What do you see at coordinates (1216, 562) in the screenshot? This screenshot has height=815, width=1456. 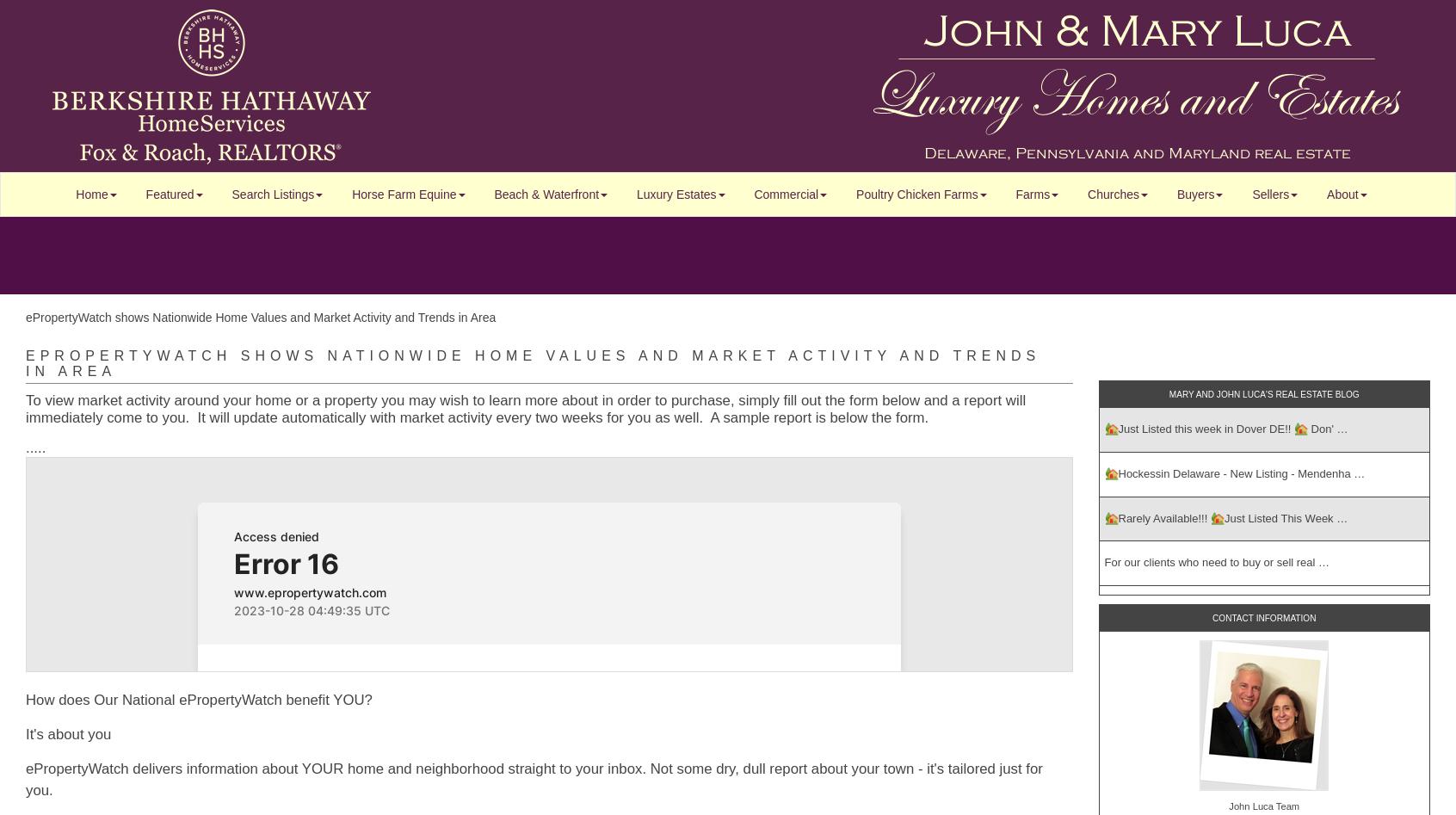 I see `'For our clients who need to buy or sell real  …'` at bounding box center [1216, 562].